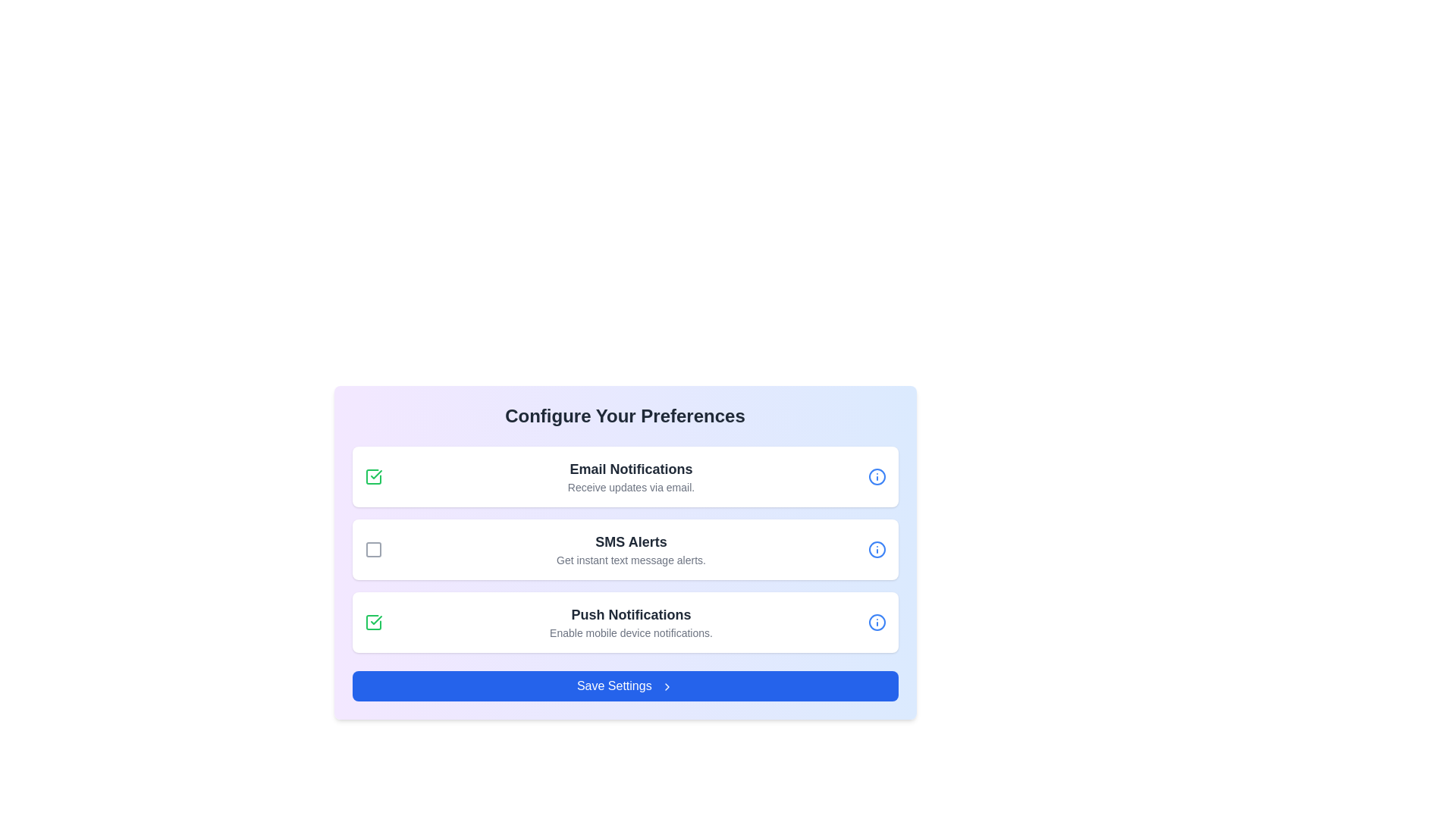 The height and width of the screenshot is (819, 1456). What do you see at coordinates (631, 488) in the screenshot?
I see `the descriptive text element that explains the purpose of the 'Email Notifications' option, located directly below the heading 'Email Notifications'` at bounding box center [631, 488].